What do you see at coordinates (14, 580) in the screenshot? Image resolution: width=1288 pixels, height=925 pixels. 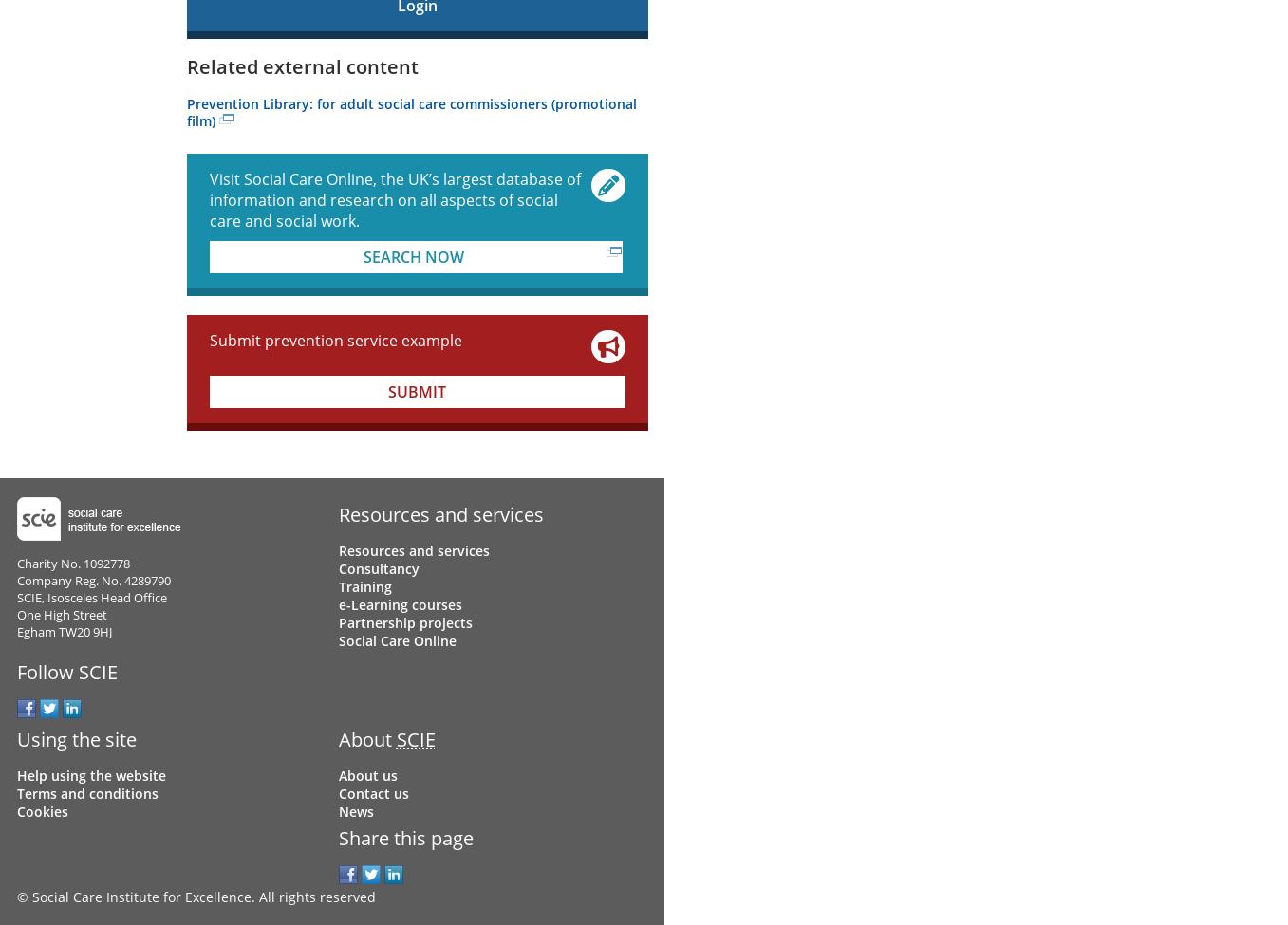 I see `'Company Reg. No. 4289790'` at bounding box center [14, 580].